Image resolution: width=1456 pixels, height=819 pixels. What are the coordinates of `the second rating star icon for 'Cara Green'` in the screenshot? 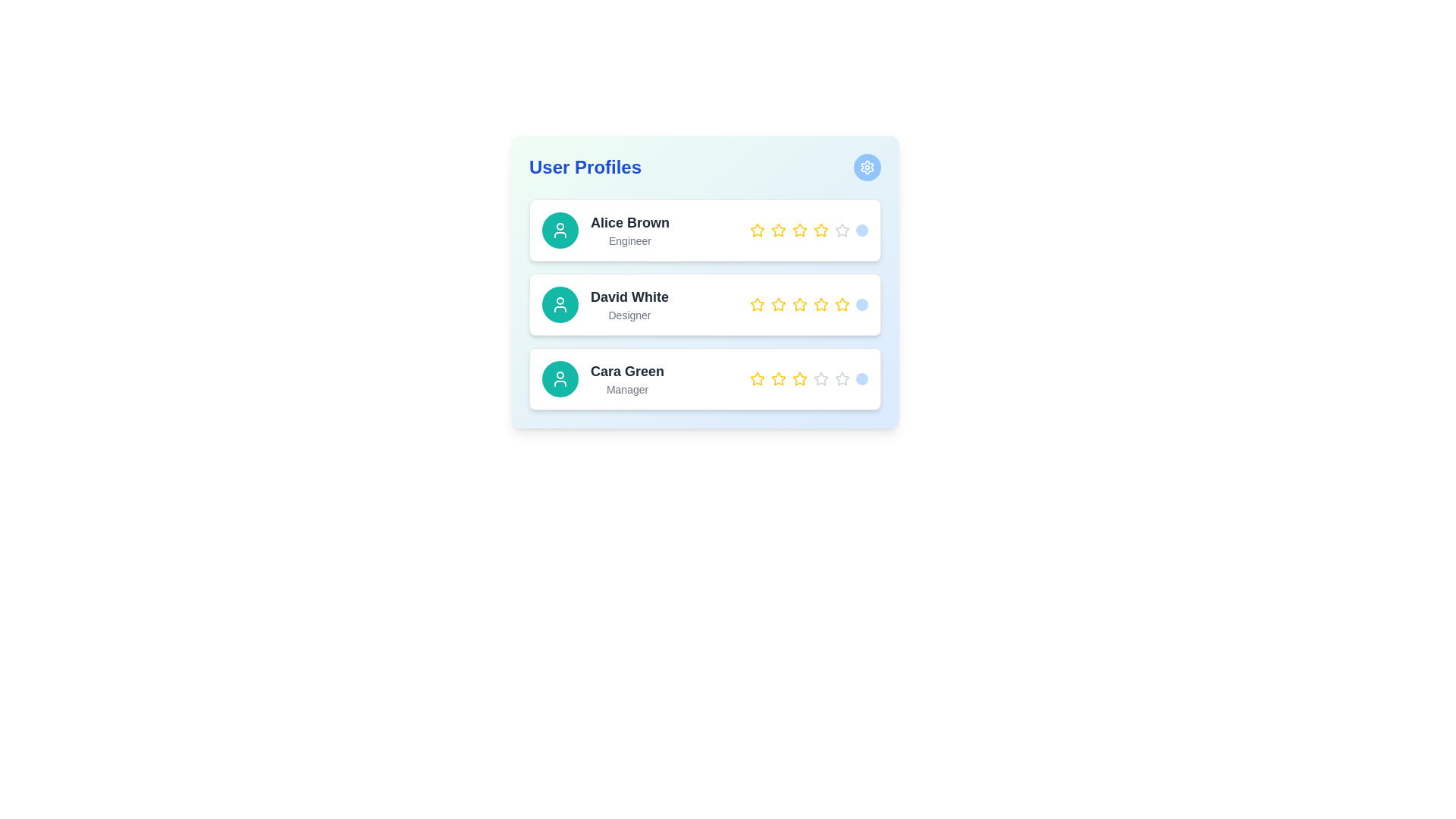 It's located at (779, 378).